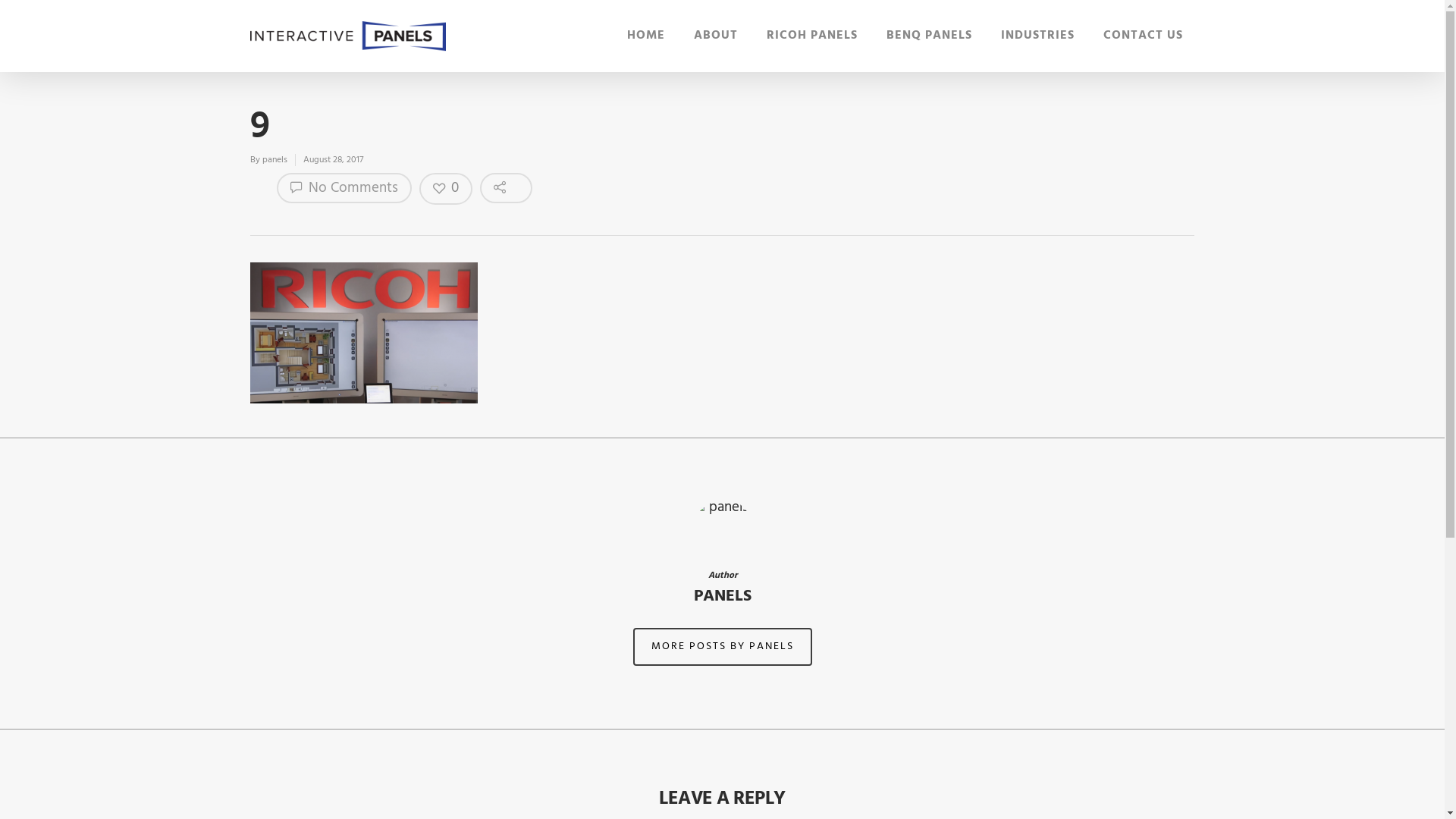  What do you see at coordinates (767, 38) in the screenshot?
I see `'RICOH PANELS'` at bounding box center [767, 38].